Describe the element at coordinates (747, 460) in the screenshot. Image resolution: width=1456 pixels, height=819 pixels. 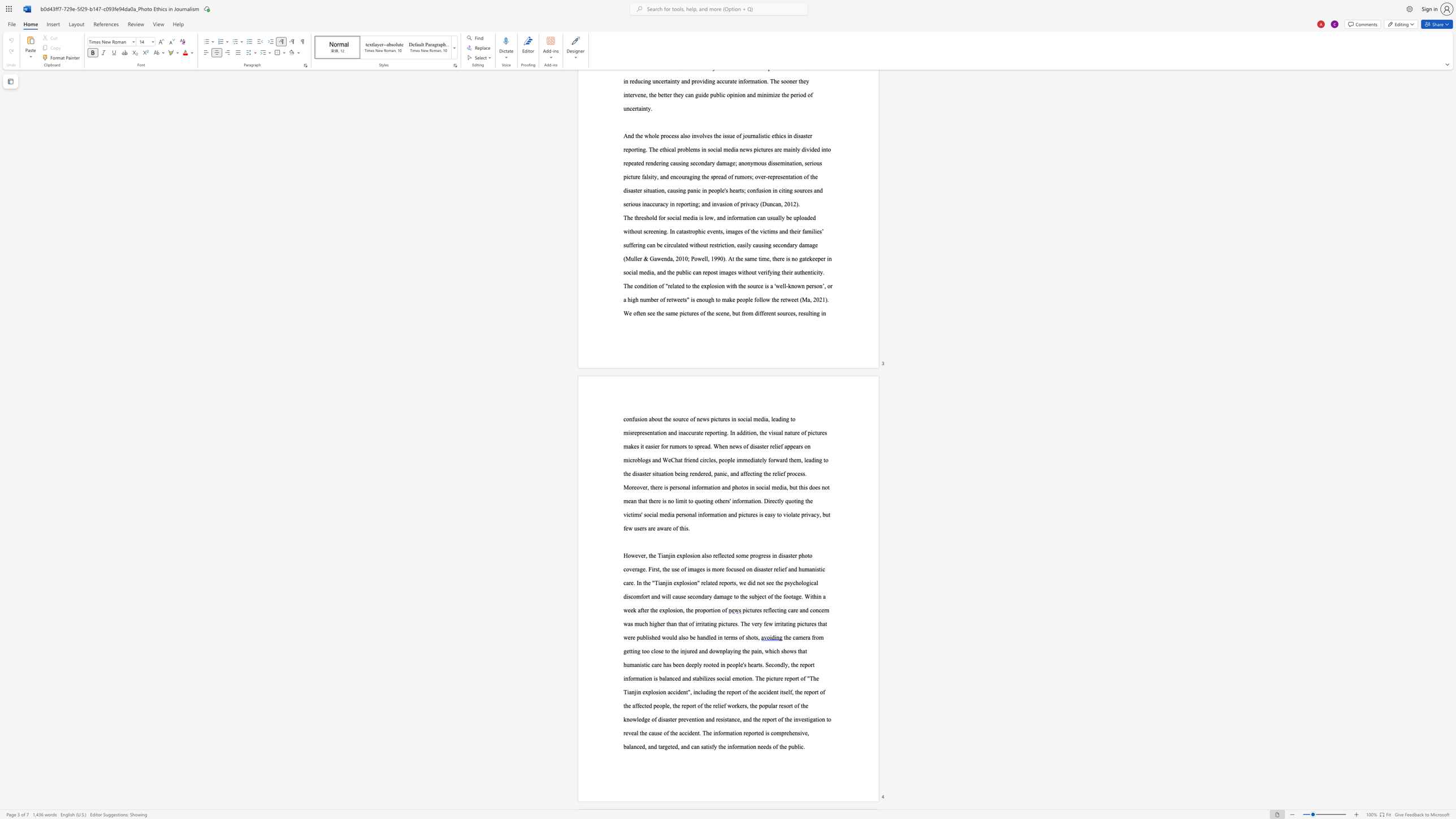
I see `the subset text "ed" within the text "immediately"` at that location.